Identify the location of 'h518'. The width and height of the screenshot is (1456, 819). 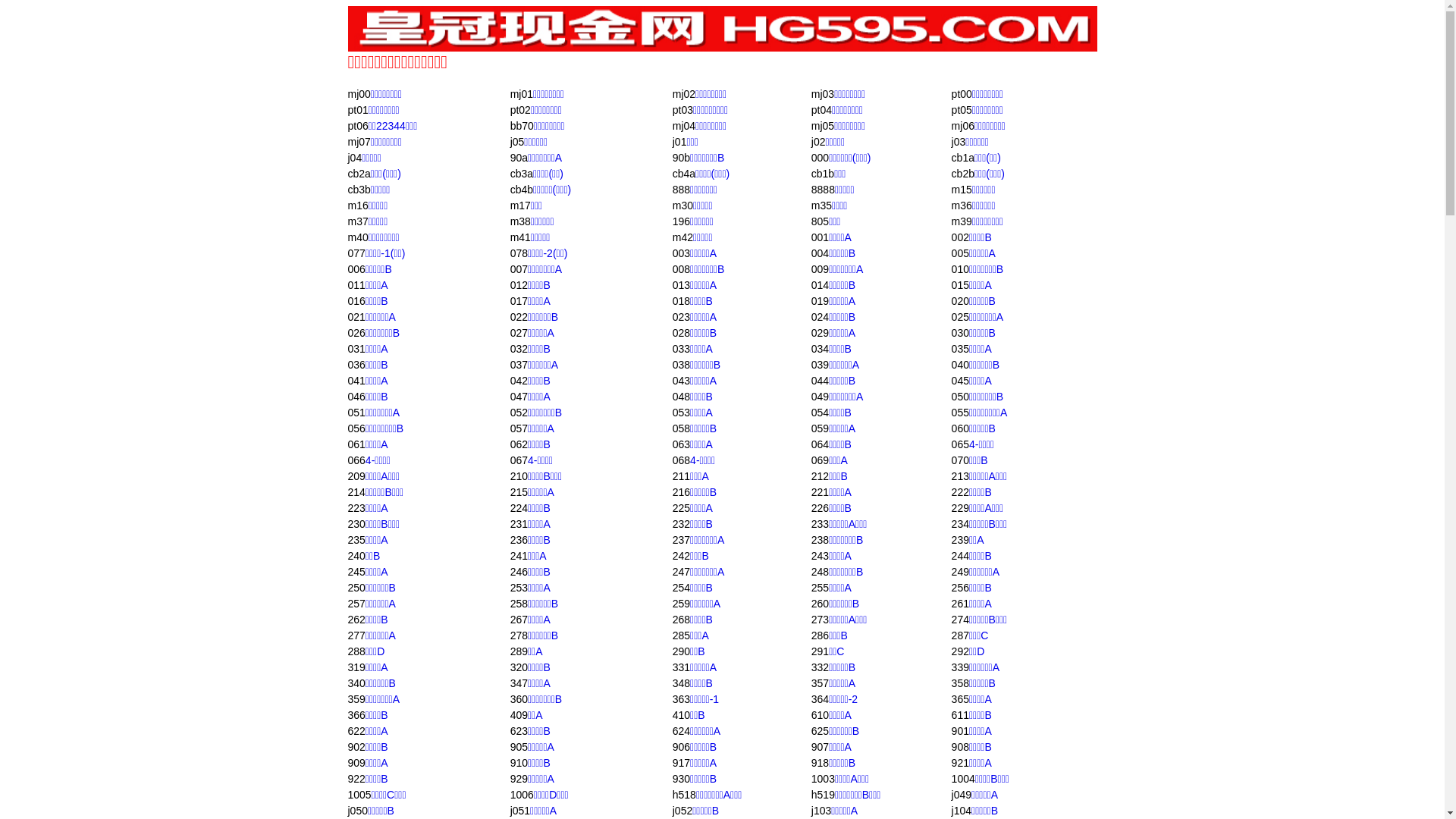
(672, 794).